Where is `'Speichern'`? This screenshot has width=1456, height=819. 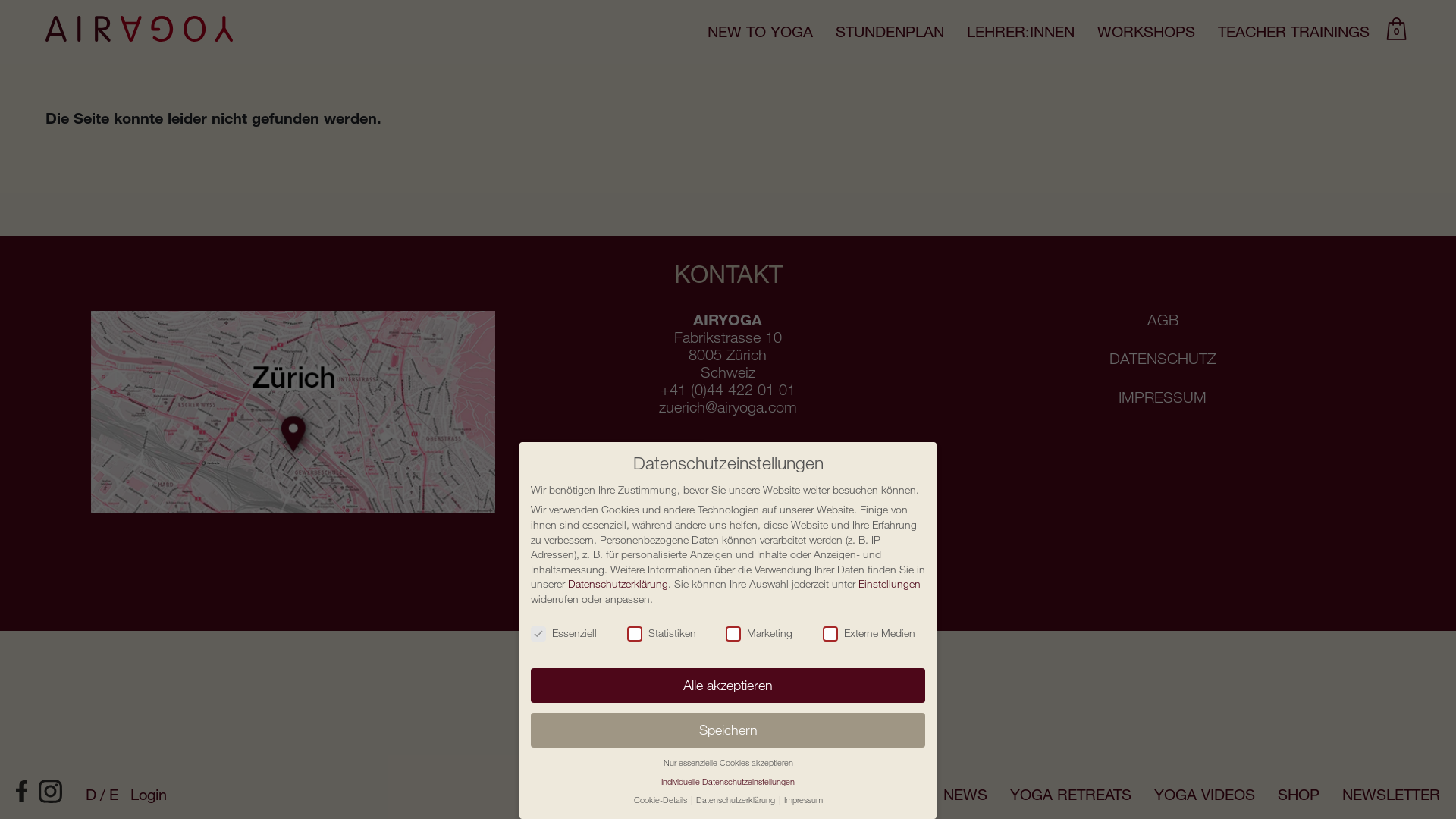 'Speichern' is located at coordinates (728, 730).